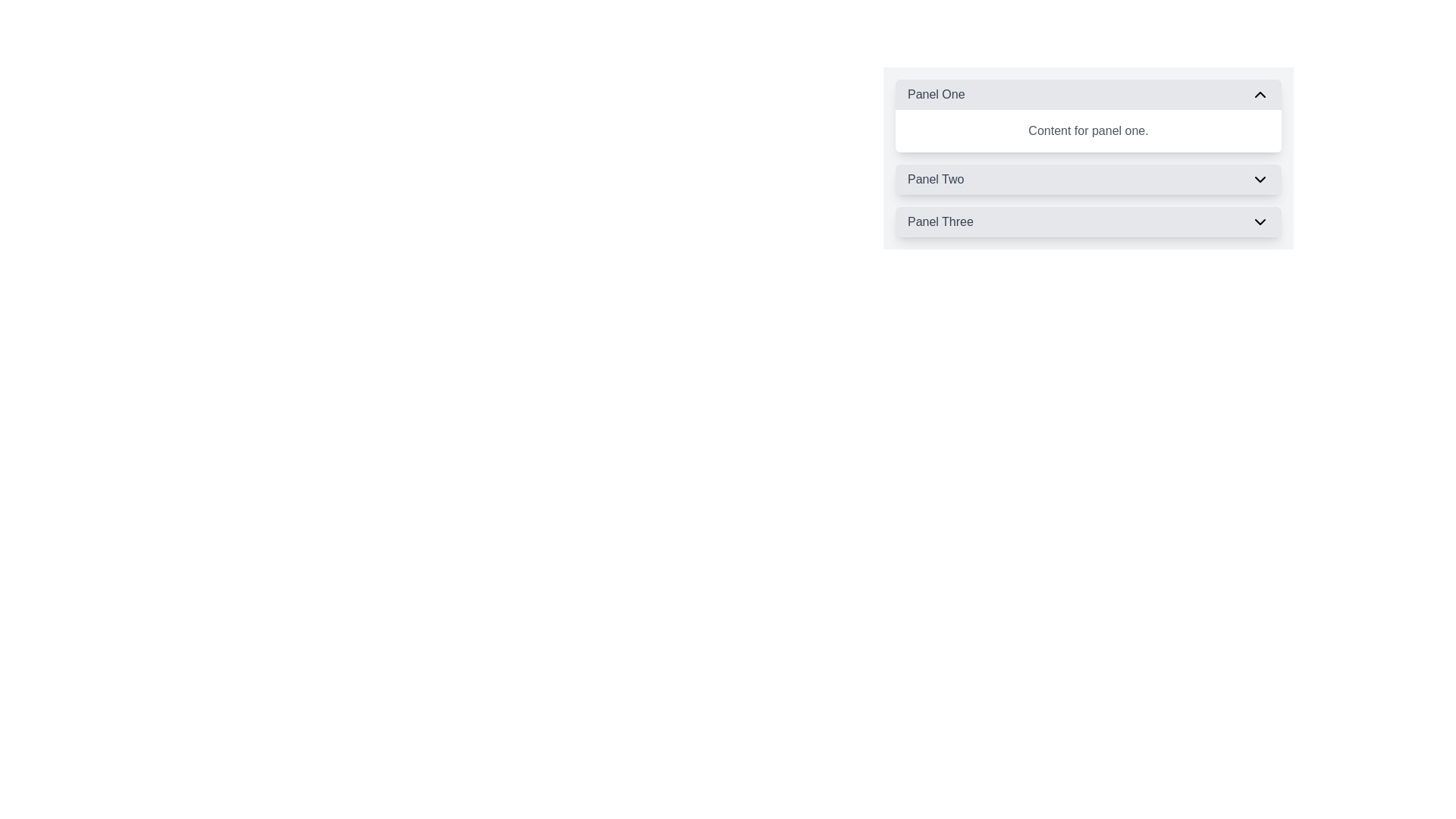 This screenshot has height=819, width=1456. What do you see at coordinates (1260, 94) in the screenshot?
I see `the chevron icon located in the far-right portion of the header for the 'Panel One' section` at bounding box center [1260, 94].